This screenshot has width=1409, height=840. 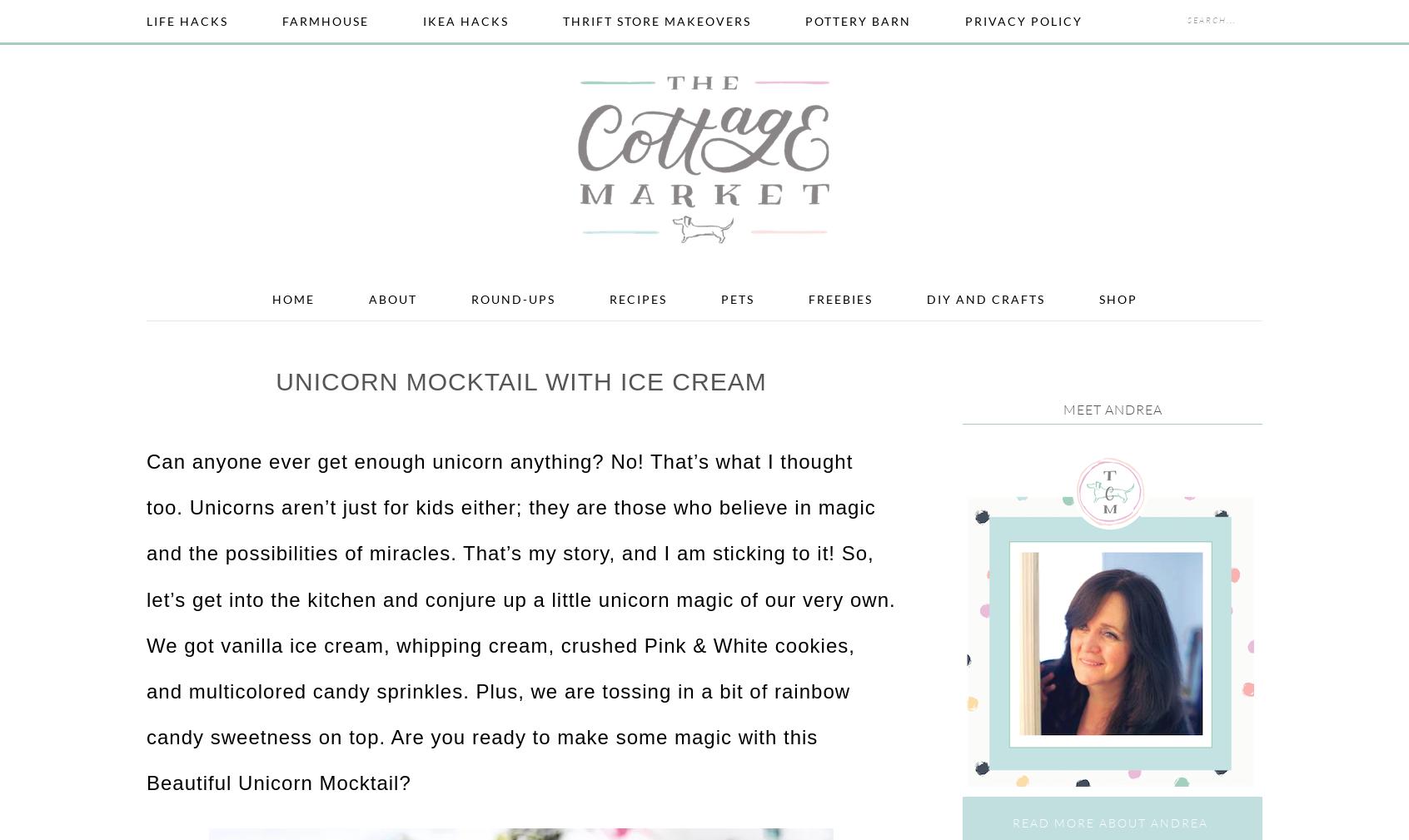 What do you see at coordinates (636, 298) in the screenshot?
I see `'Recipes'` at bounding box center [636, 298].